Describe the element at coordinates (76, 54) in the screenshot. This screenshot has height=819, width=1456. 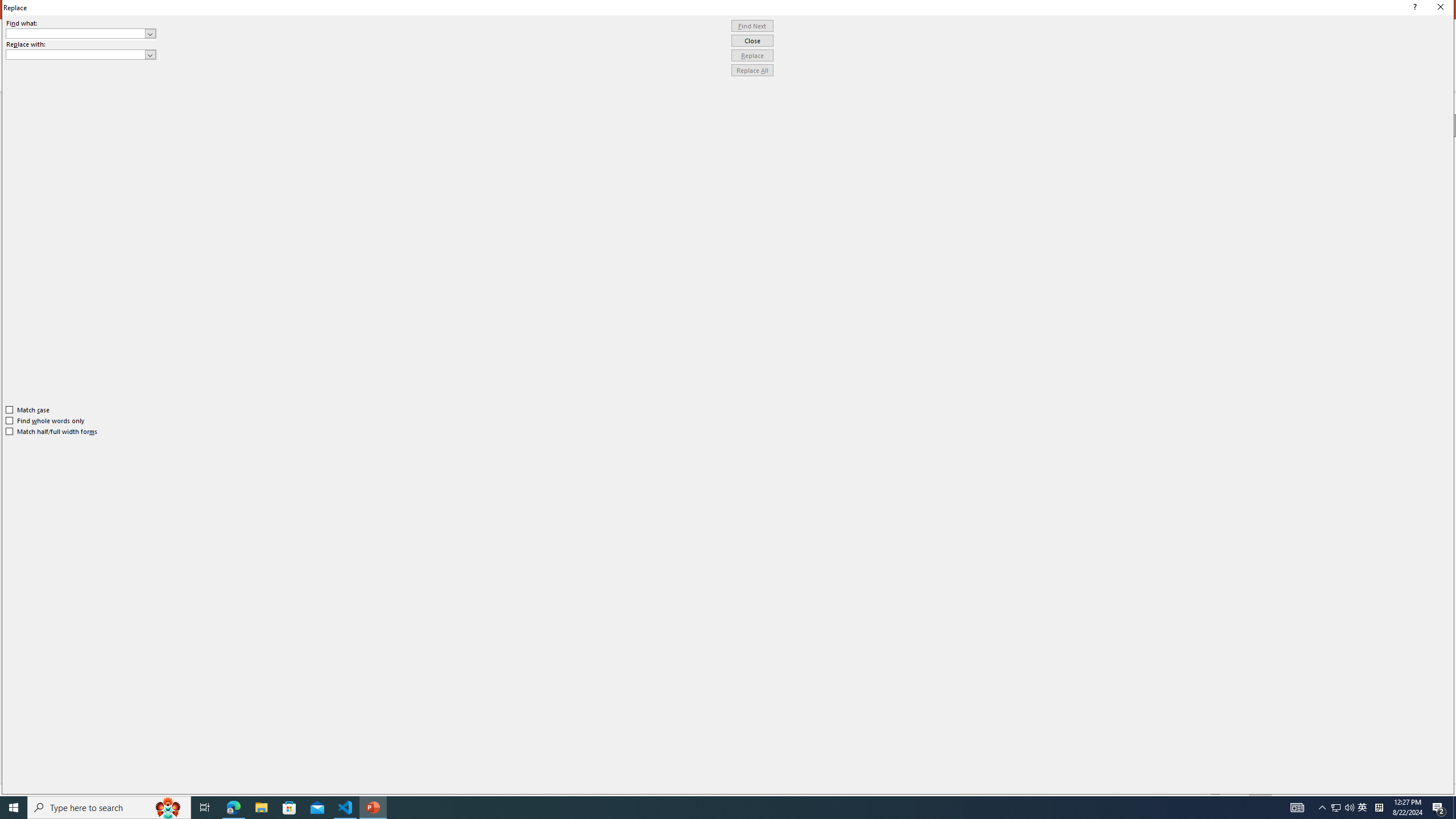
I see `'Replace with'` at that location.